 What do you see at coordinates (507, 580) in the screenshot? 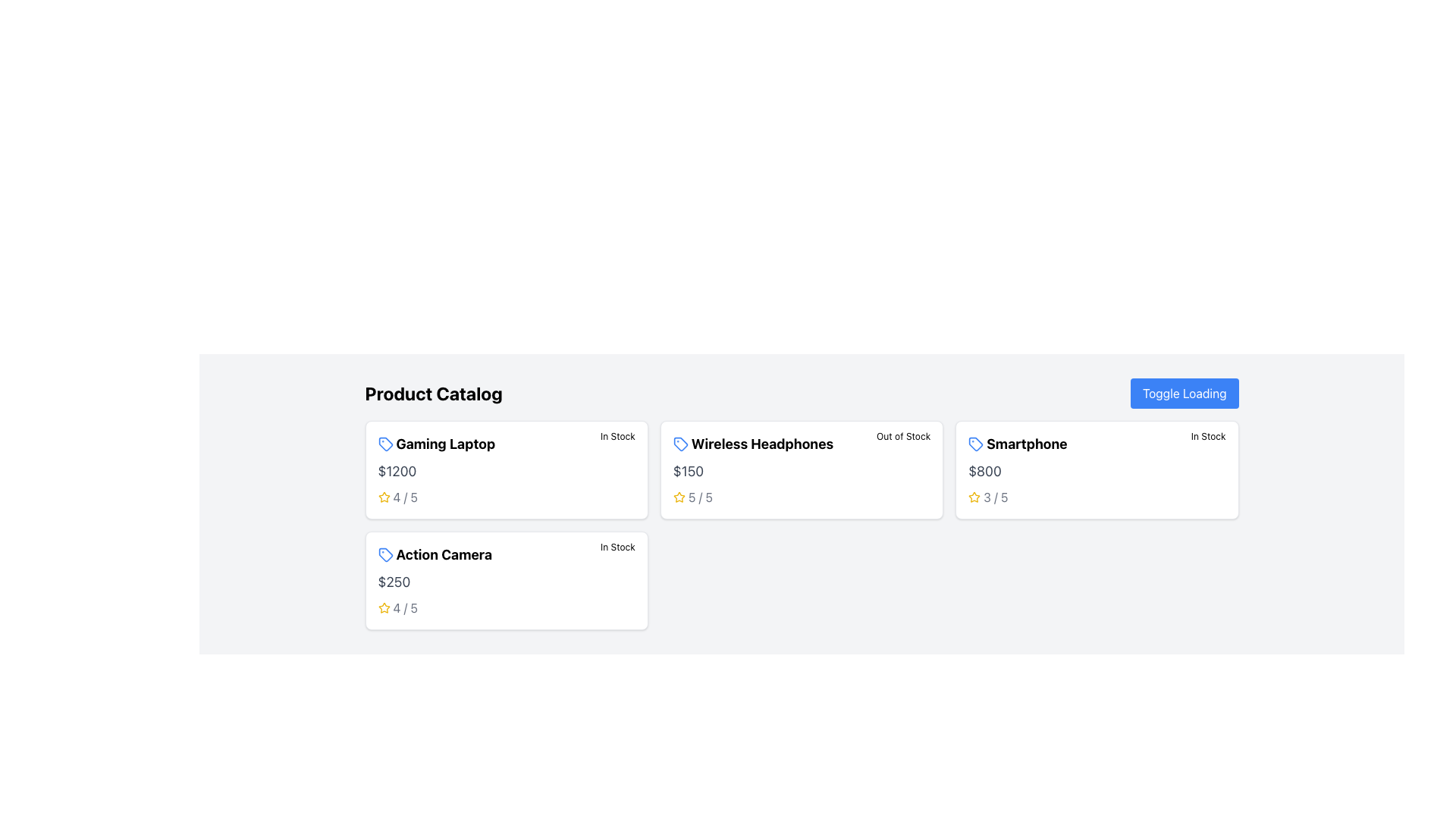
I see `the Product Card titled 'Action Camera' which features a green 'In Stock' badge, located in the second column and second row of the grid layout` at bounding box center [507, 580].